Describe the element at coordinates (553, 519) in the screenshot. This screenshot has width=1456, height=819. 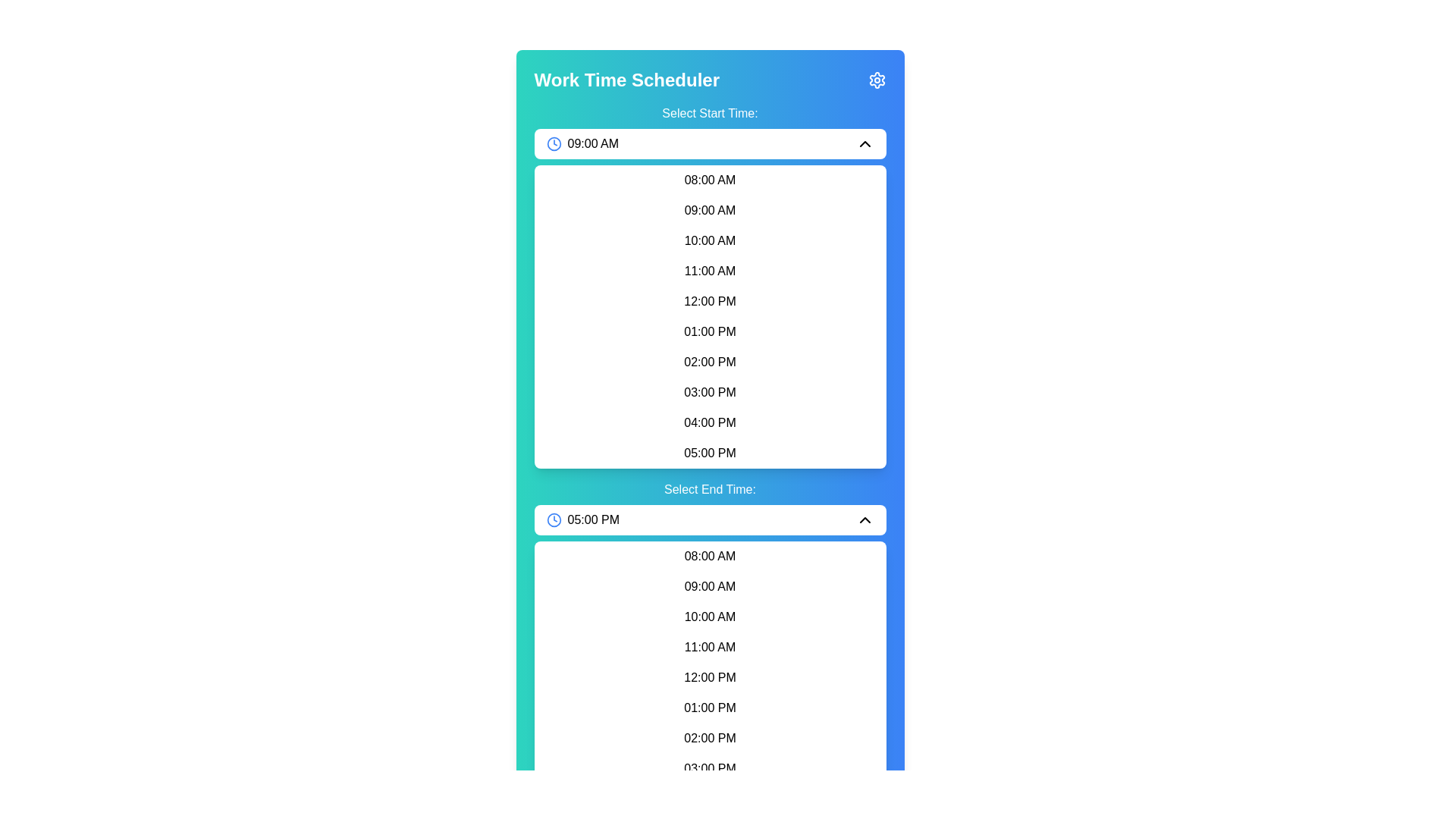
I see `the small blue clock icon located to the left of the time text '05:00 PM' in the bottom section of the application` at that location.